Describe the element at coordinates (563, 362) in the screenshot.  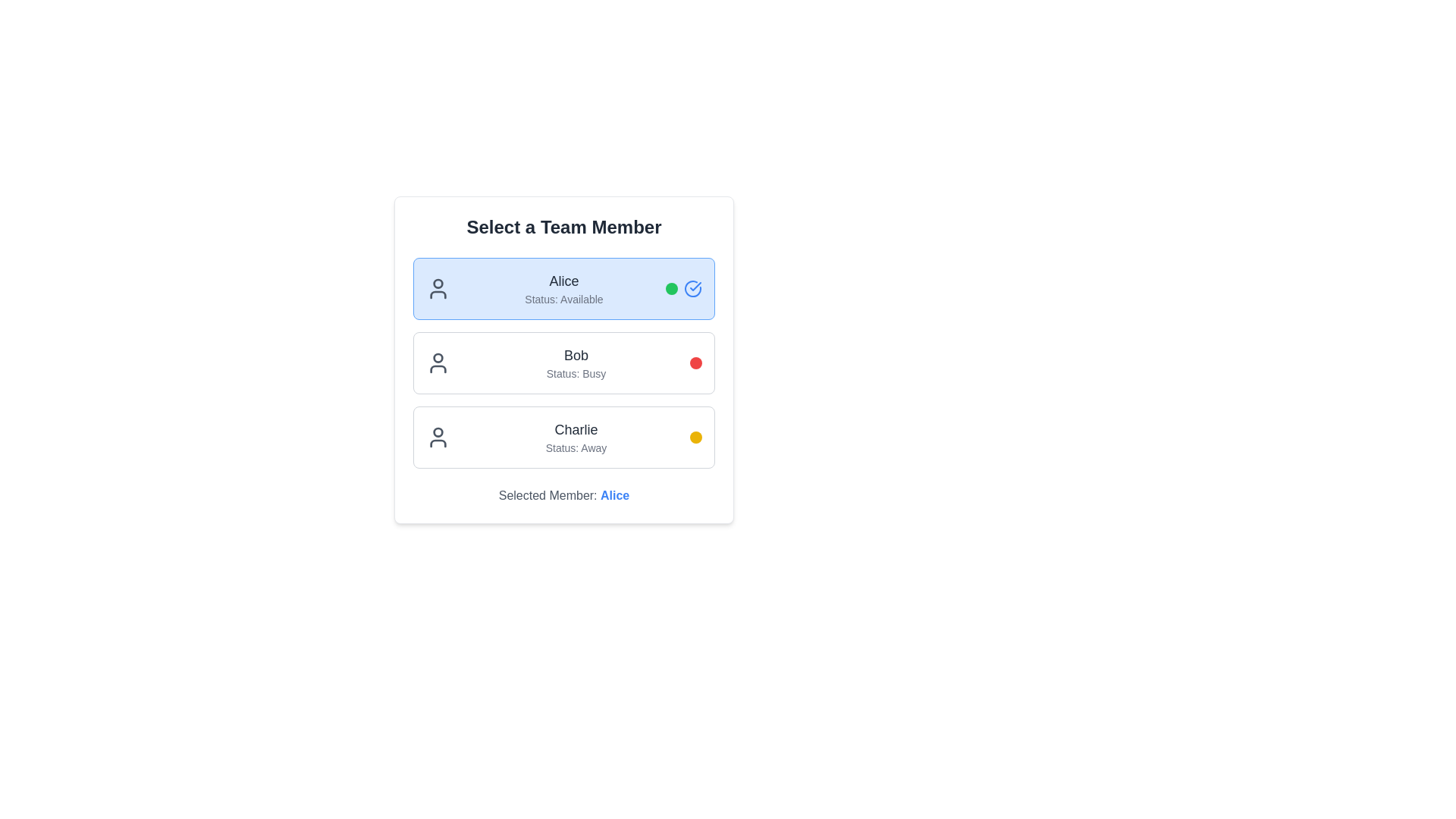
I see `the Selectable Button Panel representing team member 'Bob', which indicates their availability status as 'Busy'` at that location.